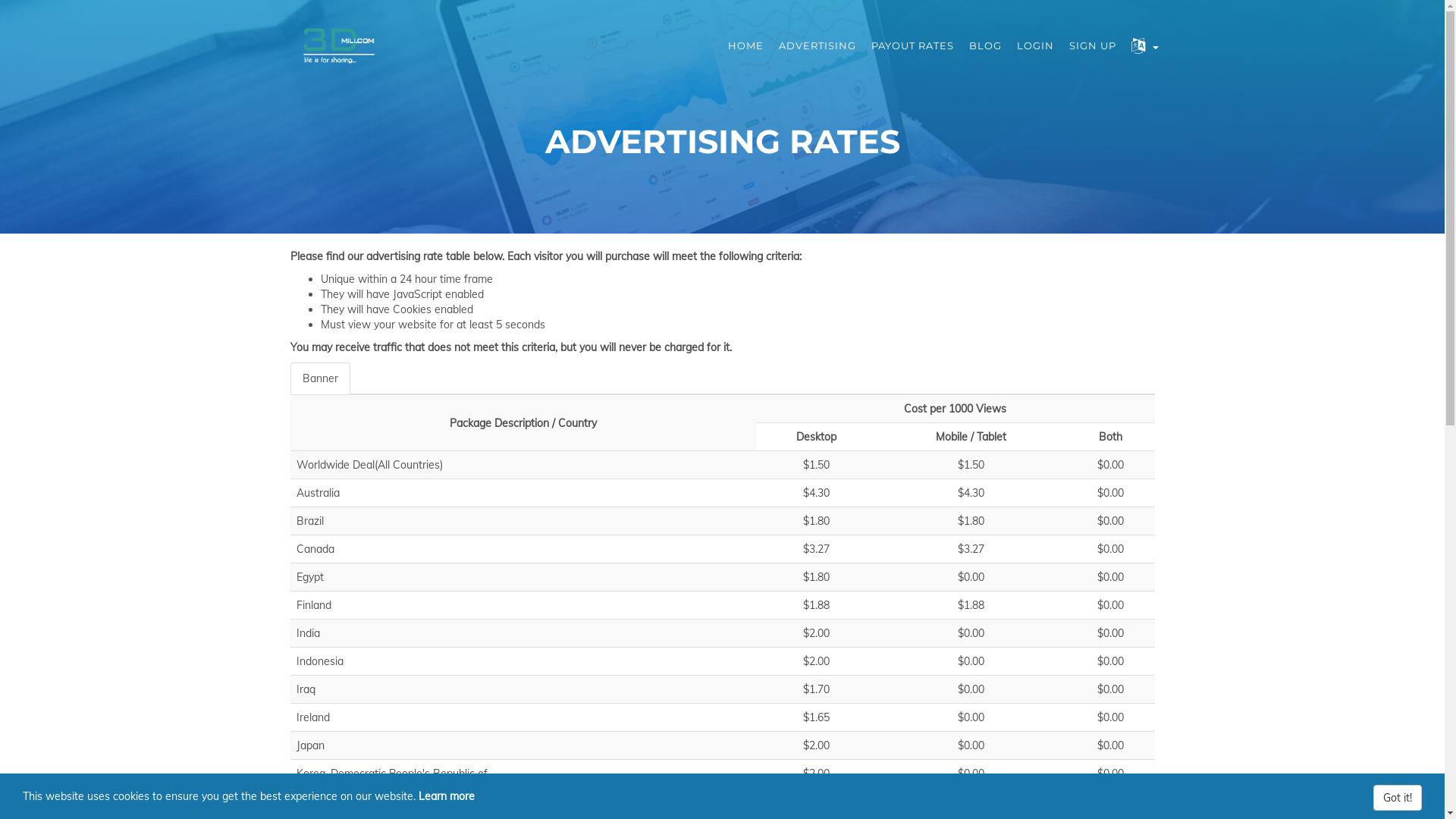  What do you see at coordinates (745, 45) in the screenshot?
I see `'HOME'` at bounding box center [745, 45].